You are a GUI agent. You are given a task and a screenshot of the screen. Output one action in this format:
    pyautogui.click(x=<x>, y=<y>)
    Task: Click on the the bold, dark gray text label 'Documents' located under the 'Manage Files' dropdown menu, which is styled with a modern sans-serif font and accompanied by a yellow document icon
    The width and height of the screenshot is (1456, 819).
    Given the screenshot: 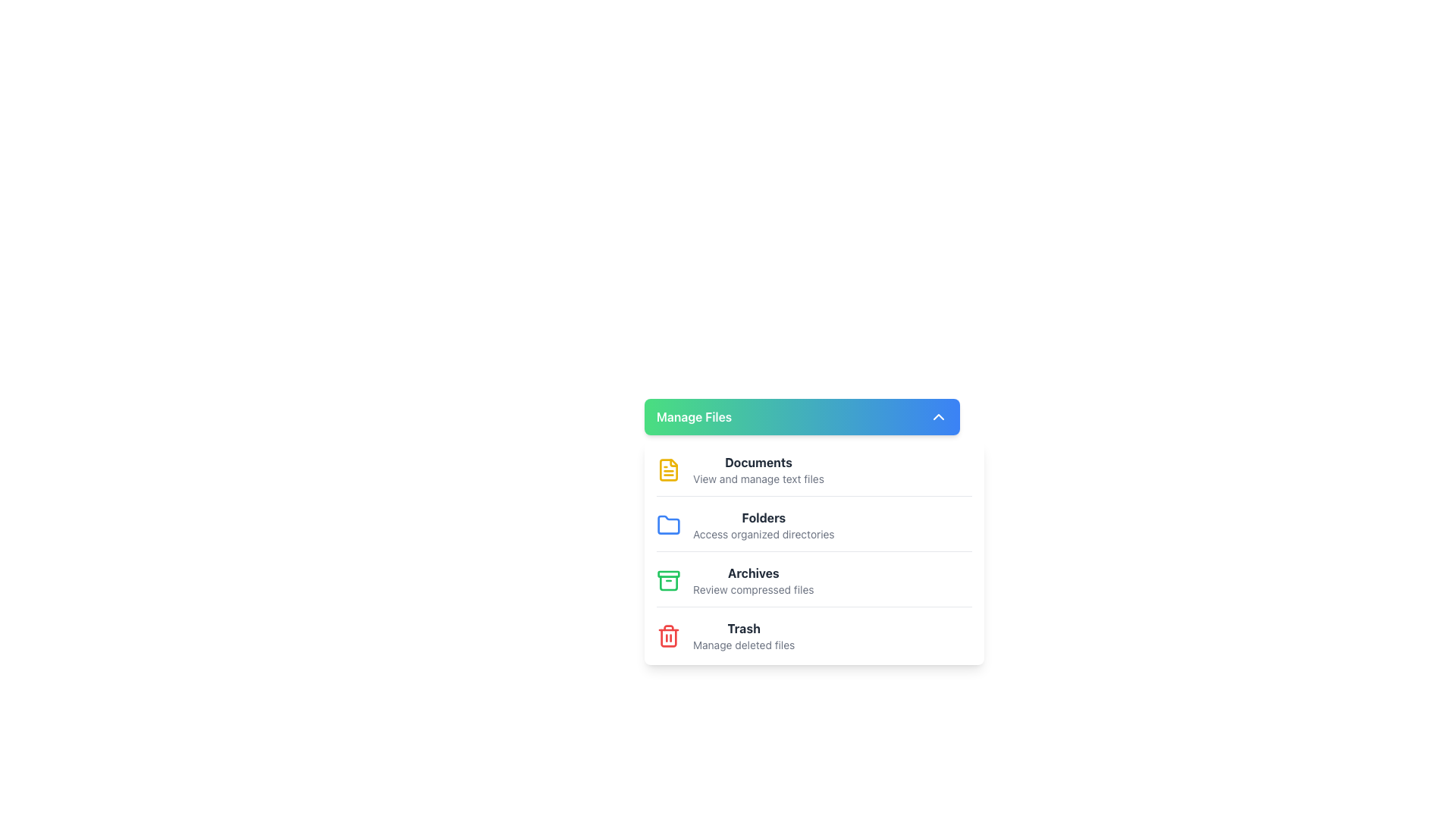 What is the action you would take?
    pyautogui.click(x=758, y=461)
    